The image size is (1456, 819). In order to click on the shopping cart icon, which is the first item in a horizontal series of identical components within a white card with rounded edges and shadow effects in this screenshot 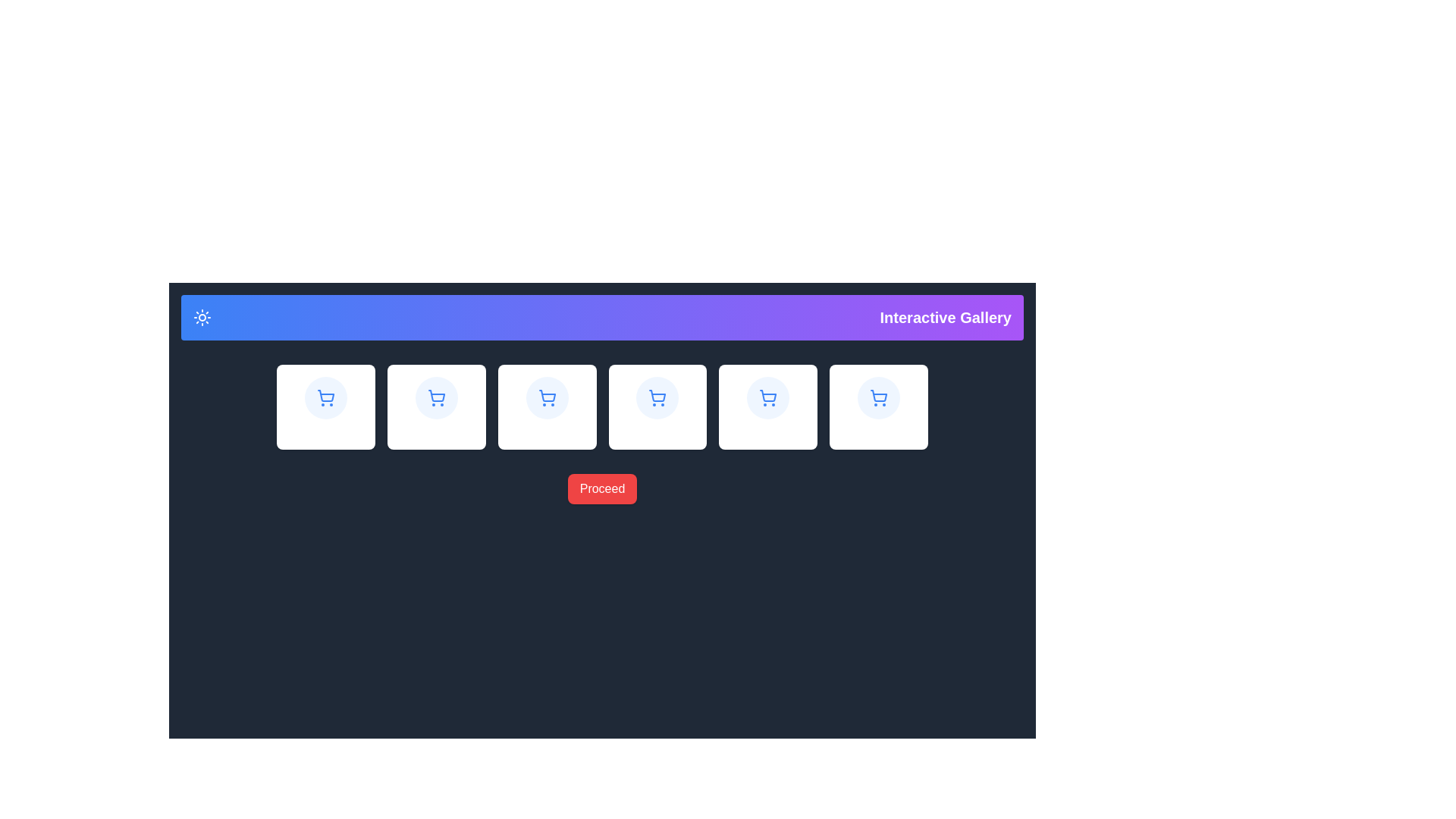, I will do `click(325, 397)`.